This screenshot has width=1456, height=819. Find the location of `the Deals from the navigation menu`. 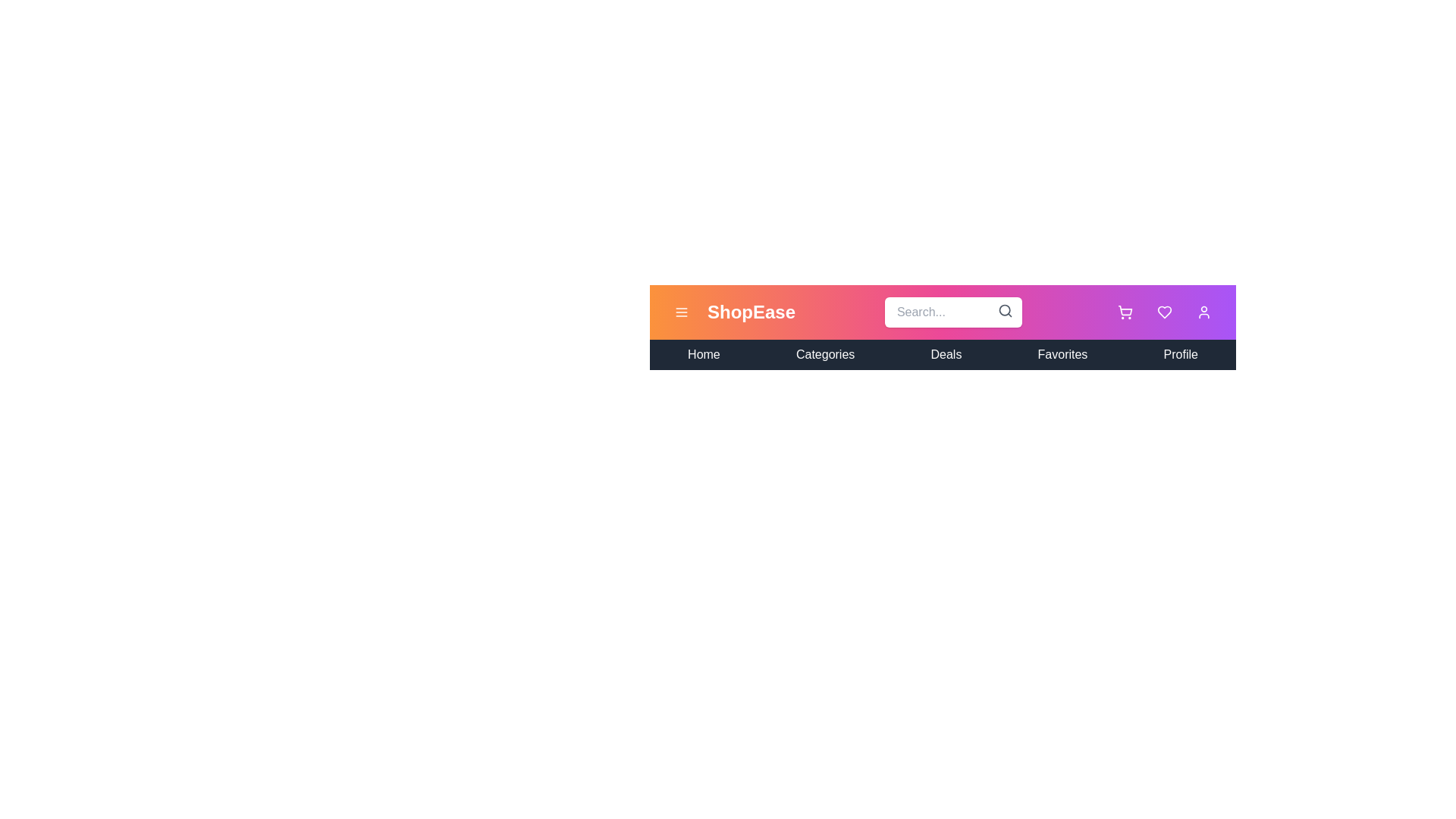

the Deals from the navigation menu is located at coordinates (946, 354).